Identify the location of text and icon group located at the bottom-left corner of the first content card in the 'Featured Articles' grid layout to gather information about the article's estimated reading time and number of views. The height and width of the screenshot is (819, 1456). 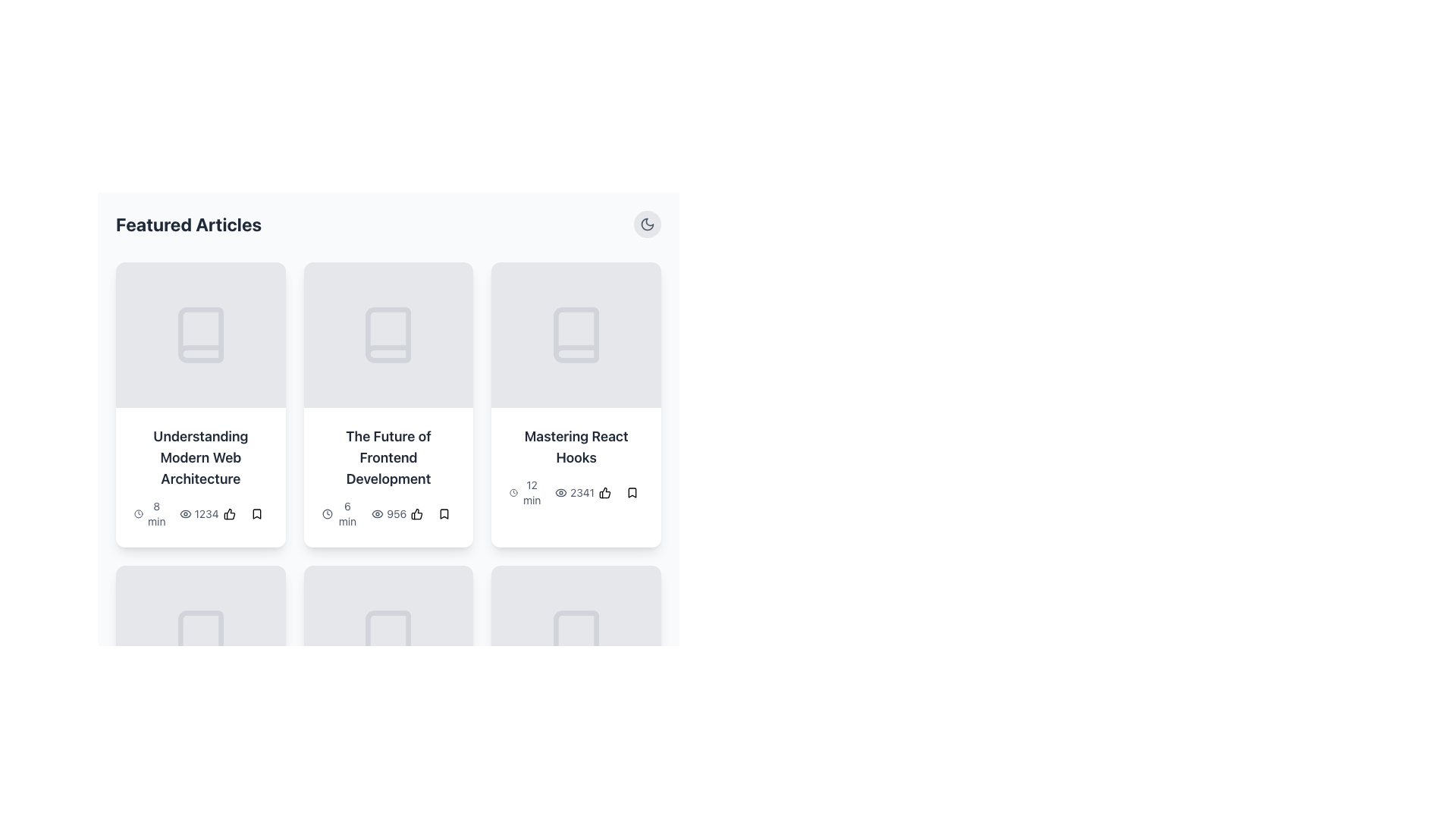
(176, 513).